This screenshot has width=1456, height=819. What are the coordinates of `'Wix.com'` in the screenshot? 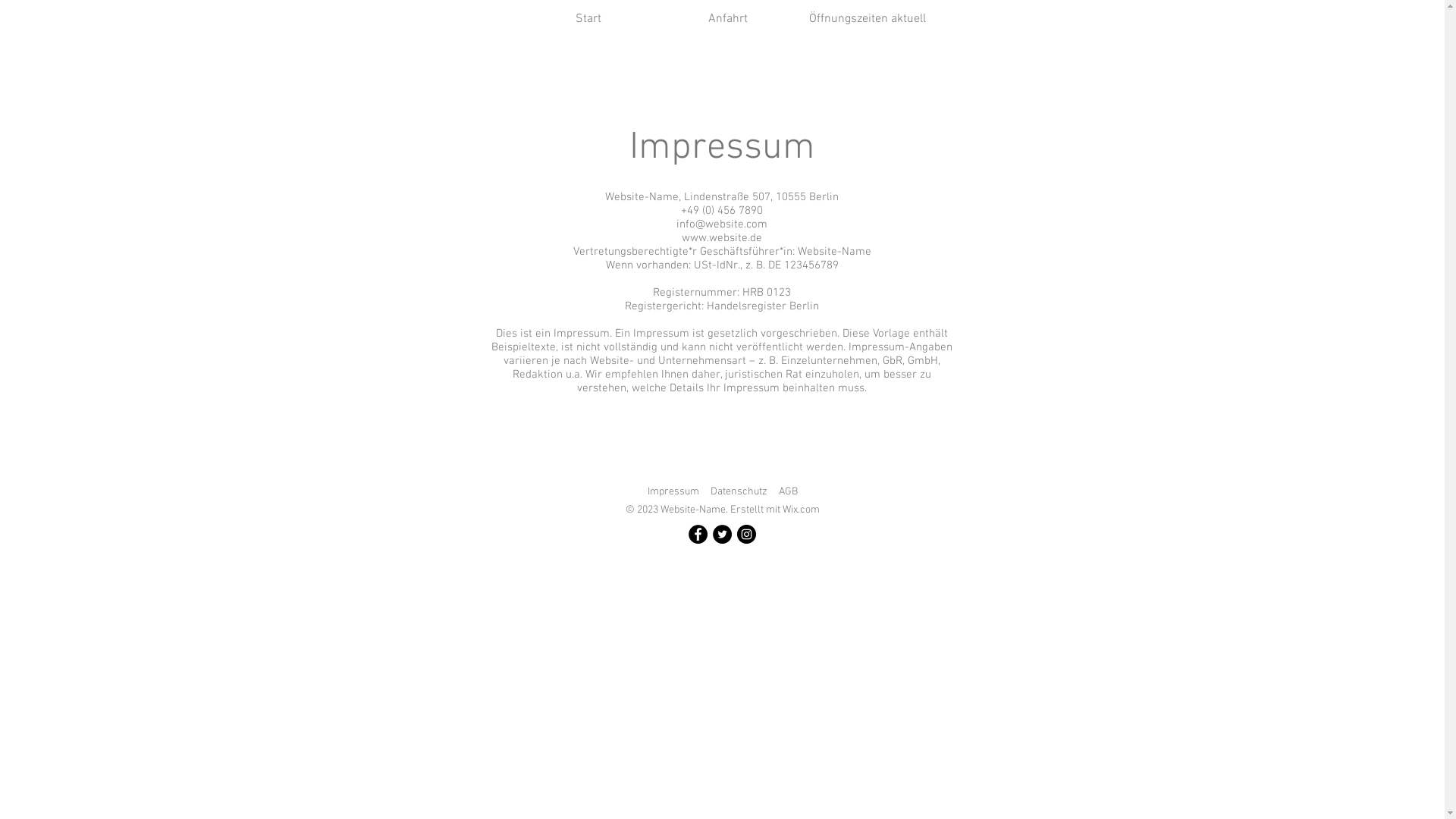 It's located at (800, 510).